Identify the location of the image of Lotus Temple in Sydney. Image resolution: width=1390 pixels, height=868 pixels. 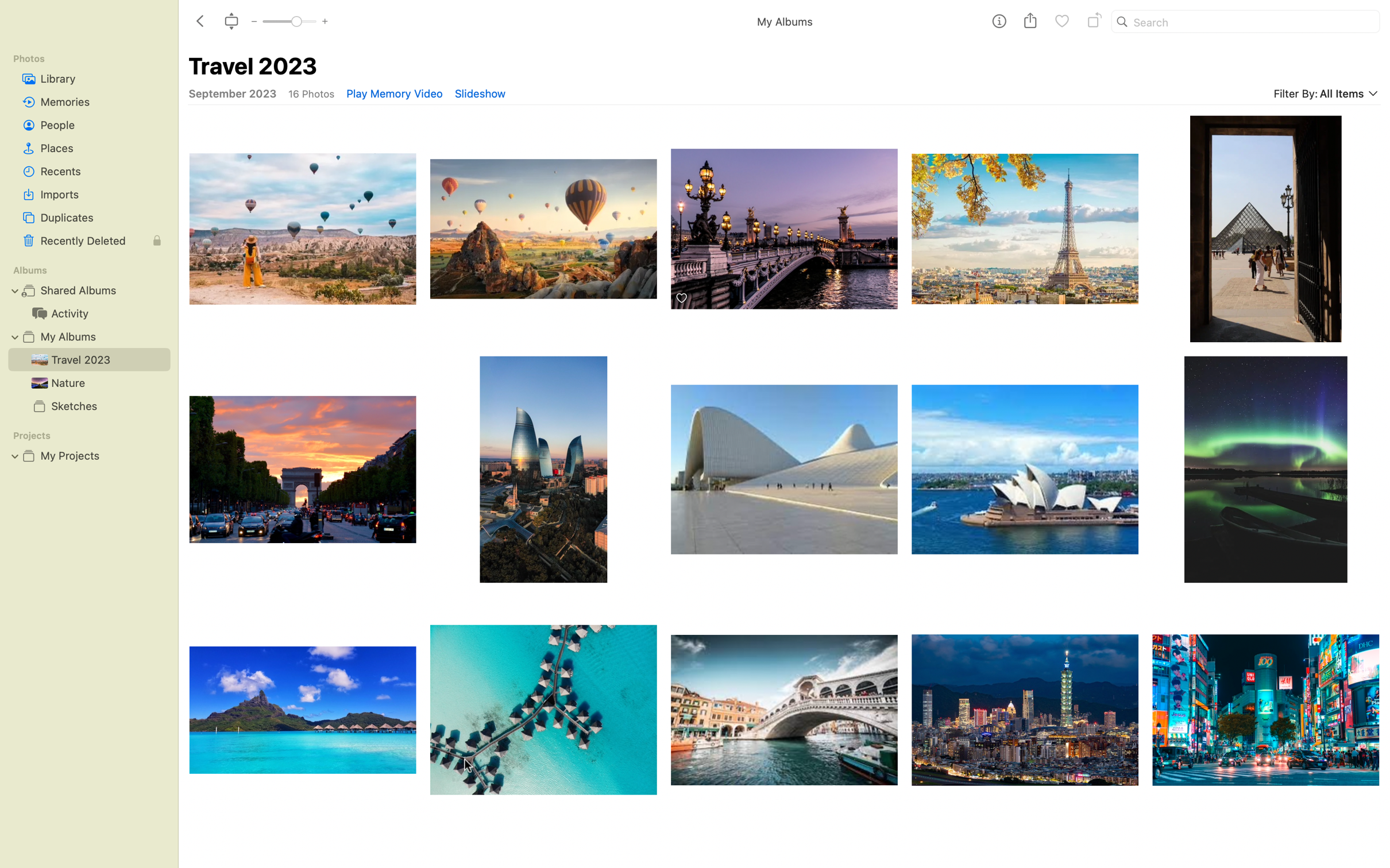
(1025, 468).